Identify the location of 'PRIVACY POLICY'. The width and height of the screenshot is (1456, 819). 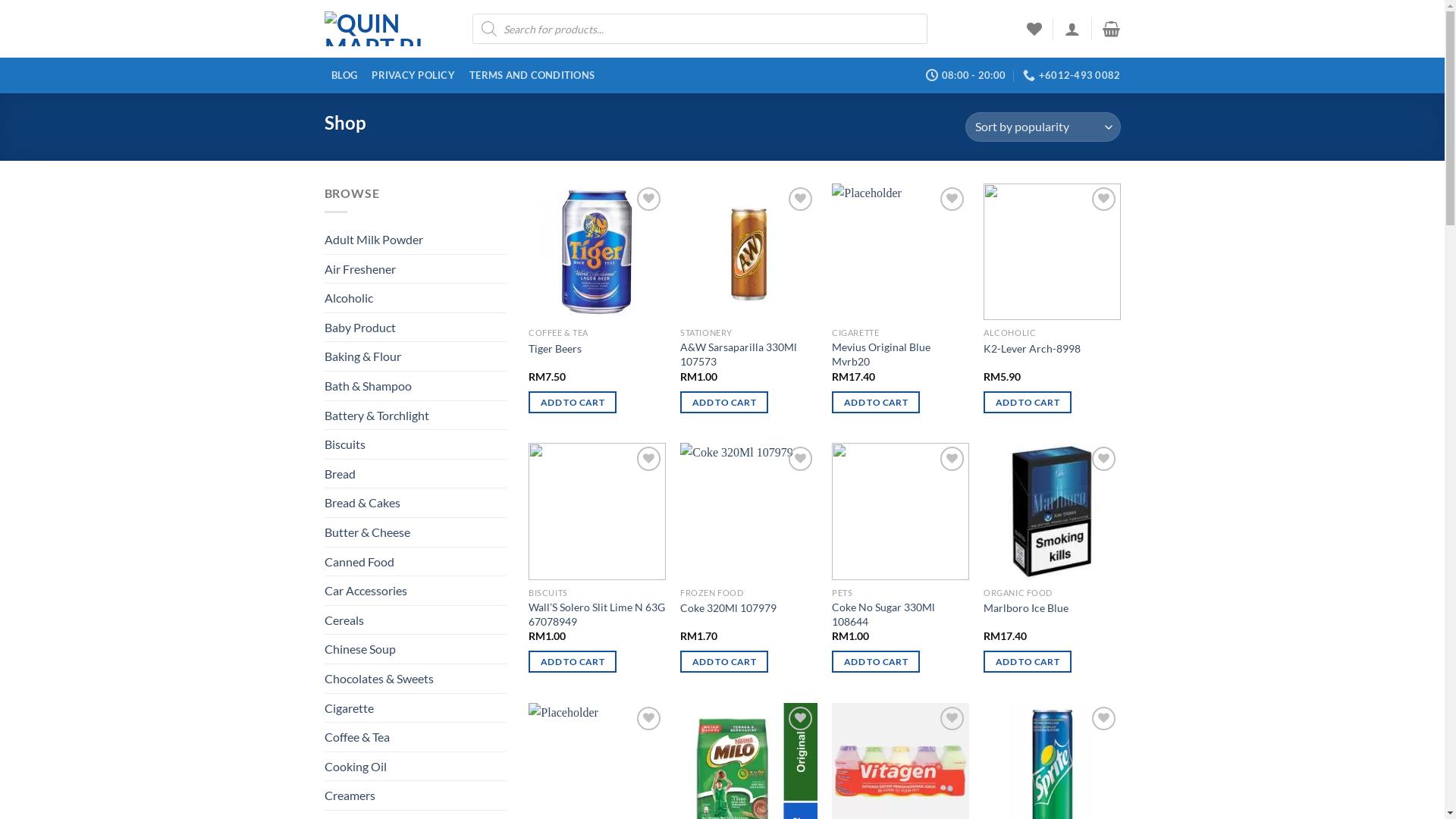
(413, 75).